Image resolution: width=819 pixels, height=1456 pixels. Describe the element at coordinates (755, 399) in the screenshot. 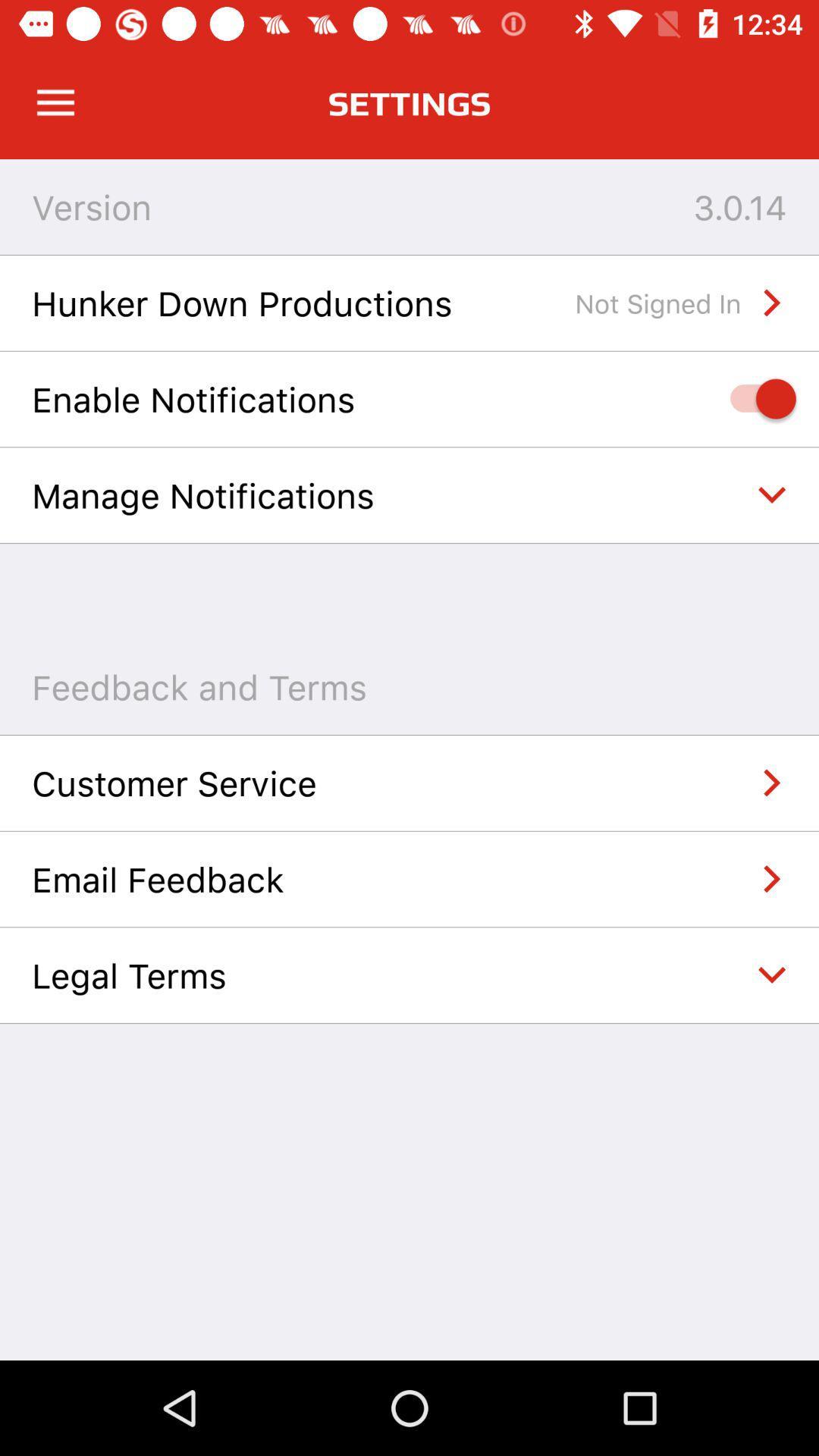

I see `icon below hunker down productions item` at that location.